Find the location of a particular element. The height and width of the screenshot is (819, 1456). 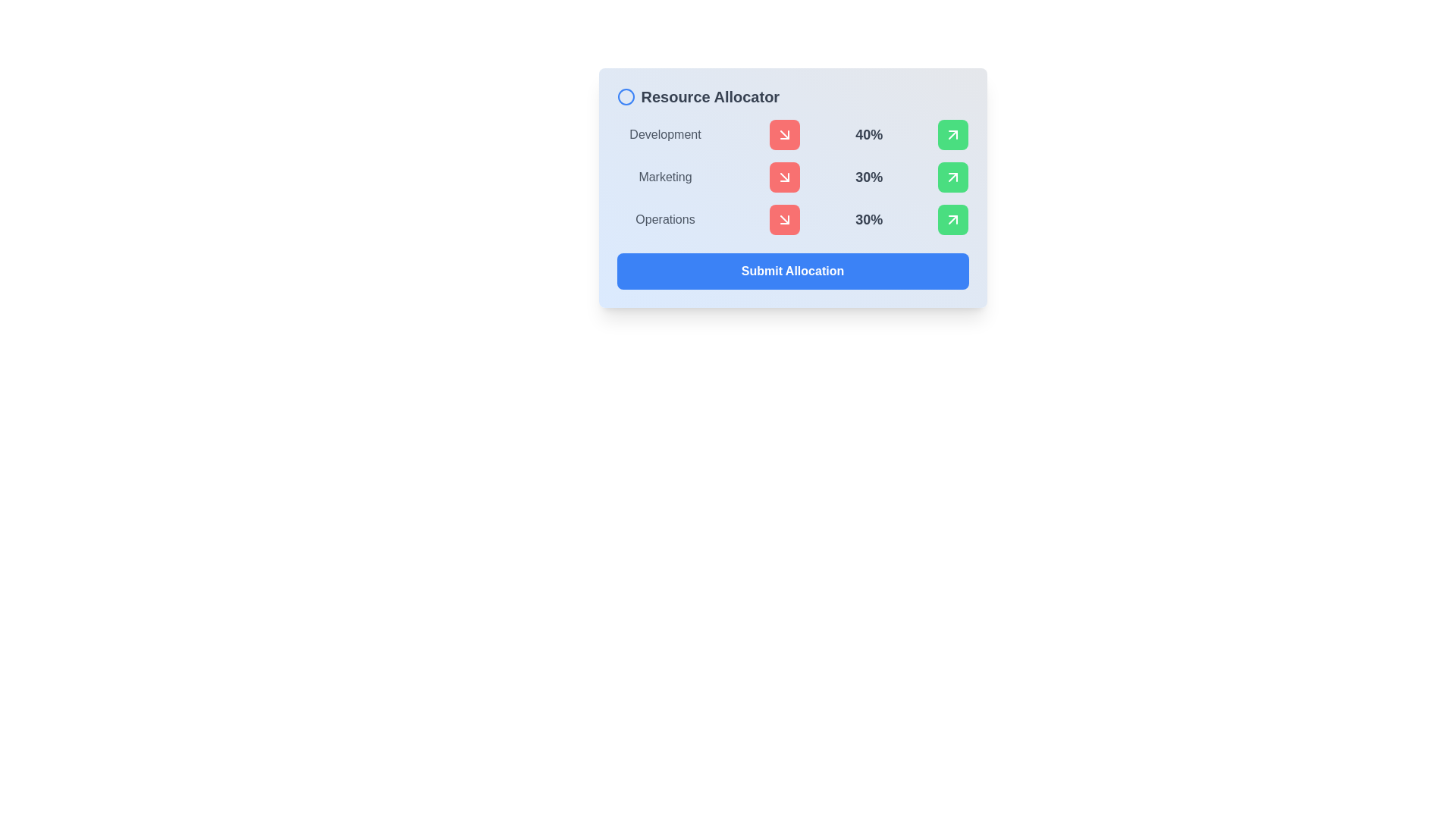

the button located to the right of the 'Development' label and to the left of the '40%' percentage text for accessibility navigation is located at coordinates (784, 133).